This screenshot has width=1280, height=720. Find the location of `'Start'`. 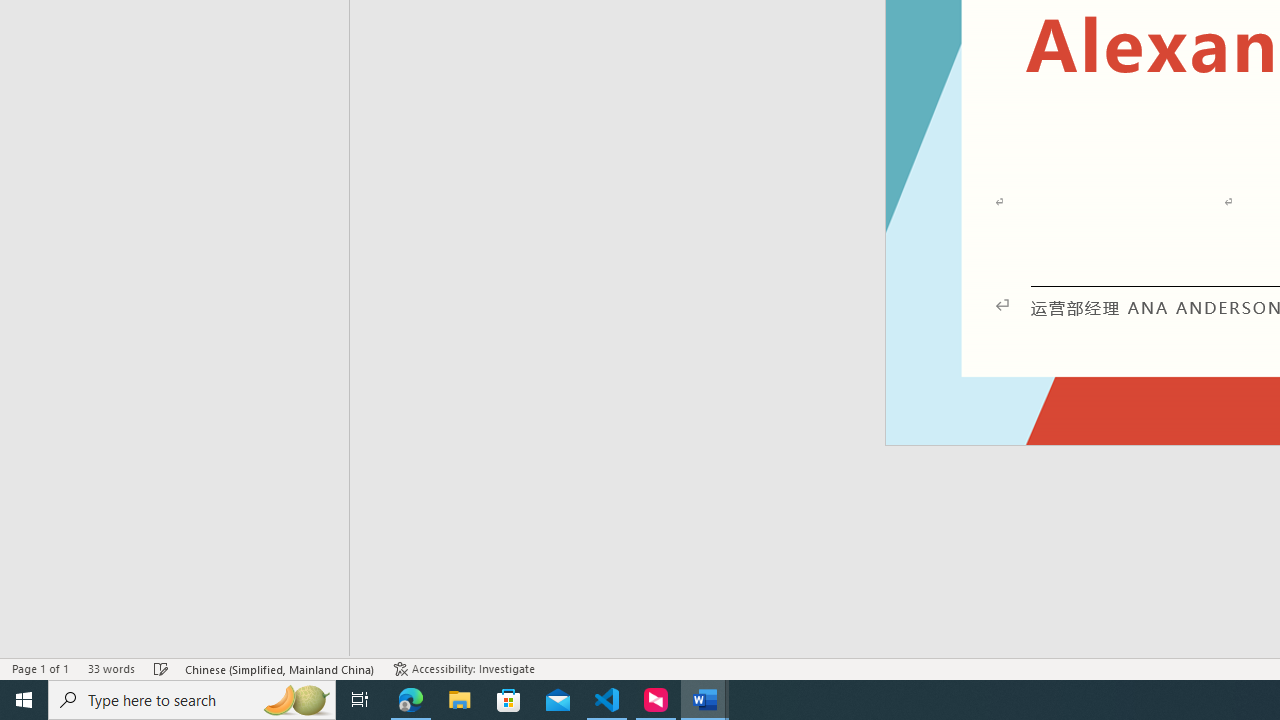

'Start' is located at coordinates (24, 698).